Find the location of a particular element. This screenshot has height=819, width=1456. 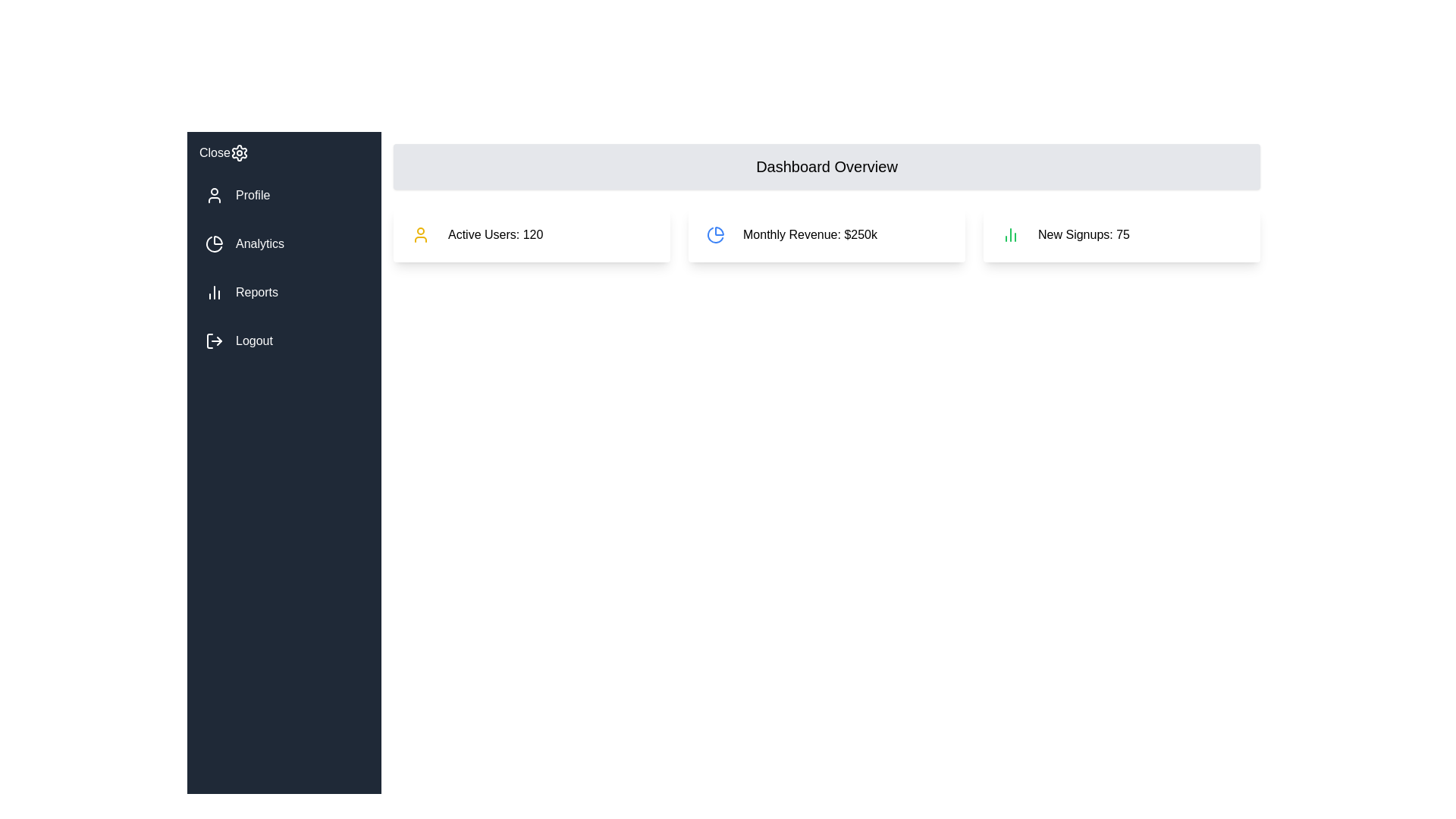

the second slice of the pie chart graphical icon, which is styled with blue tones and located in the second row's second card of the dashboard is located at coordinates (714, 235).